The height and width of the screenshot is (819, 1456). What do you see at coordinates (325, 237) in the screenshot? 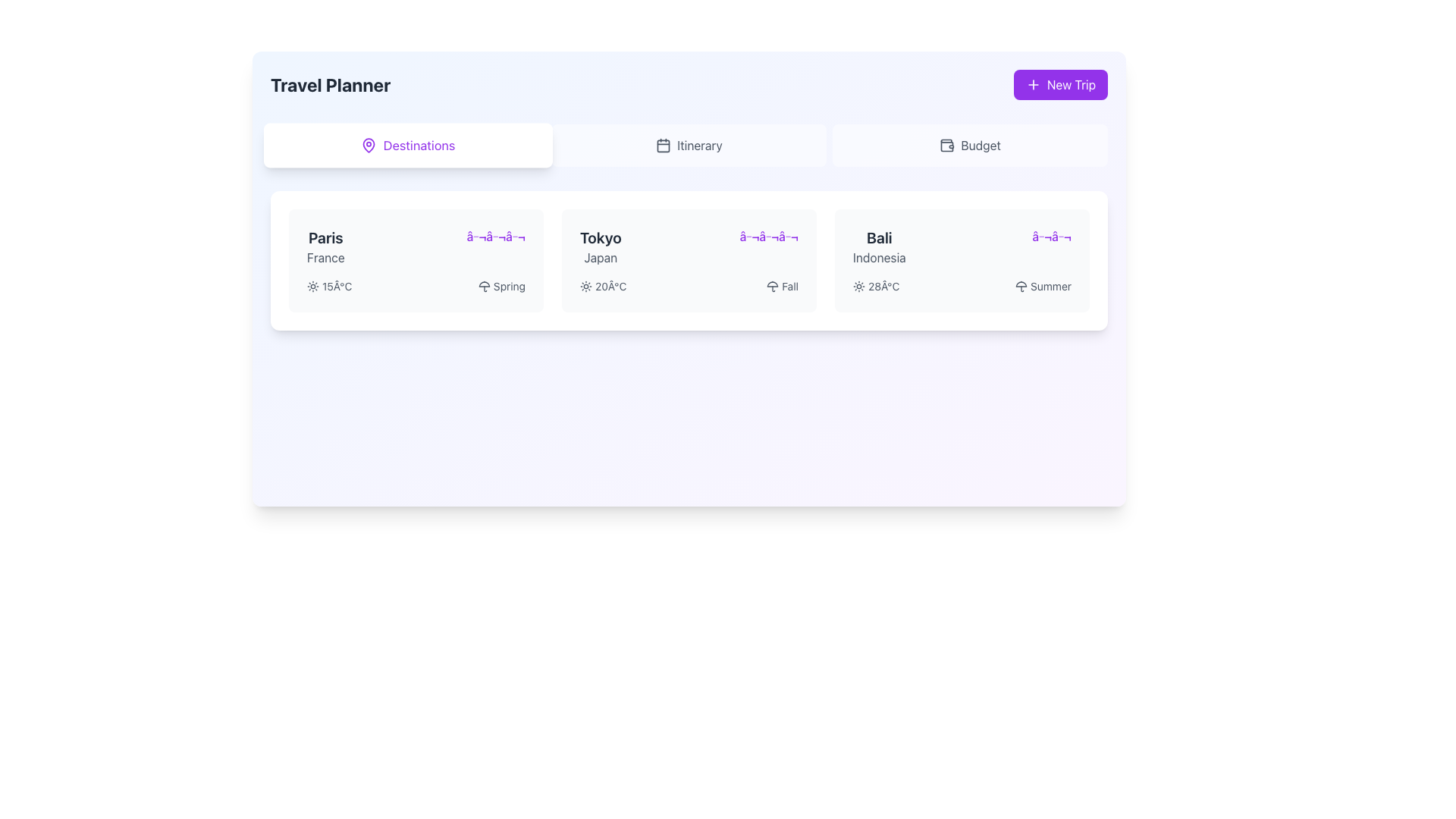
I see `the text label that serves as the header for the destination, indicating the city name, located in the top-left corner of the first card in a horizontal list, above the text 'France'` at bounding box center [325, 237].